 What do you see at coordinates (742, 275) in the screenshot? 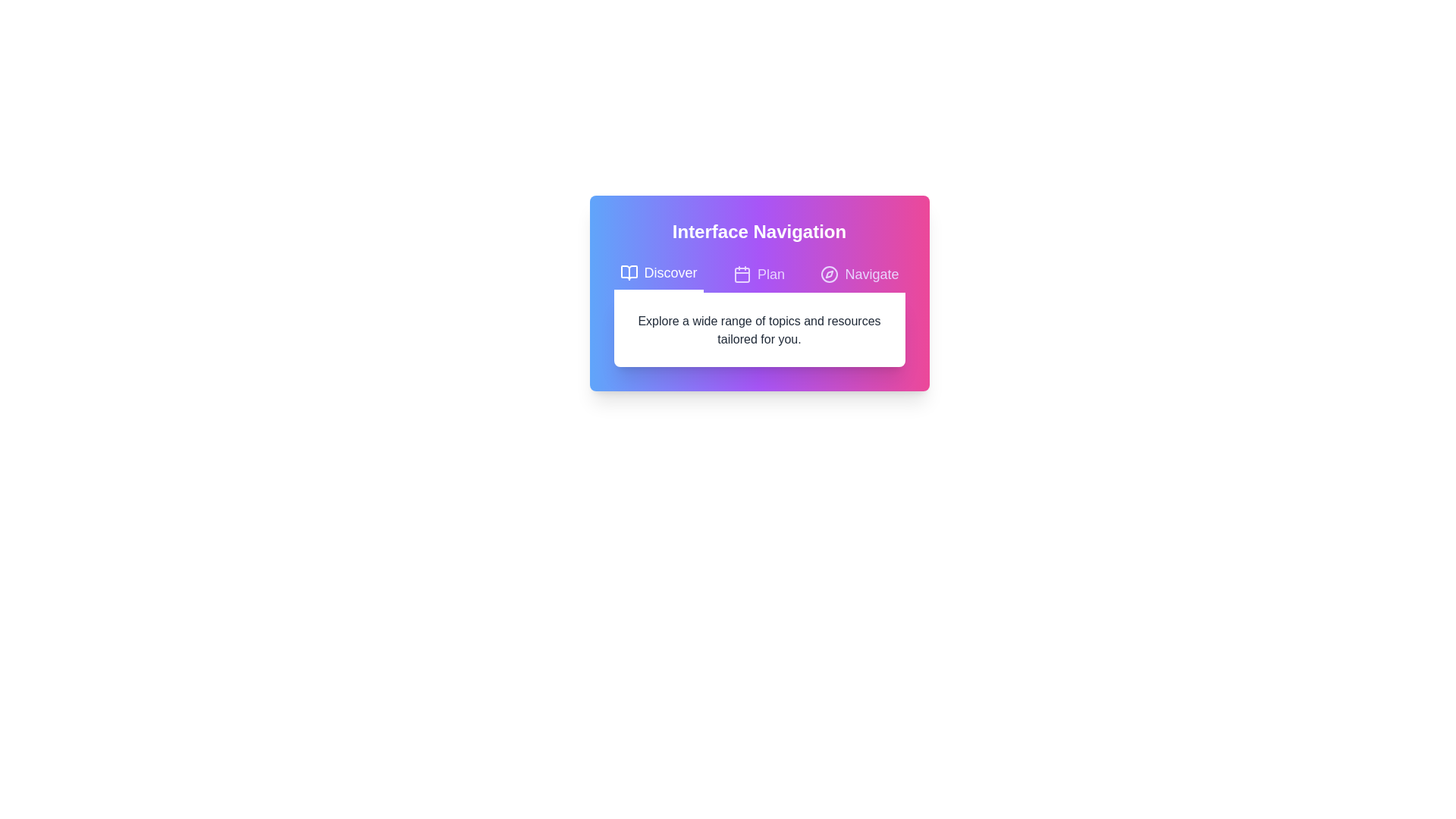
I see `the 'Plan' icon located at the top of the card interface` at bounding box center [742, 275].